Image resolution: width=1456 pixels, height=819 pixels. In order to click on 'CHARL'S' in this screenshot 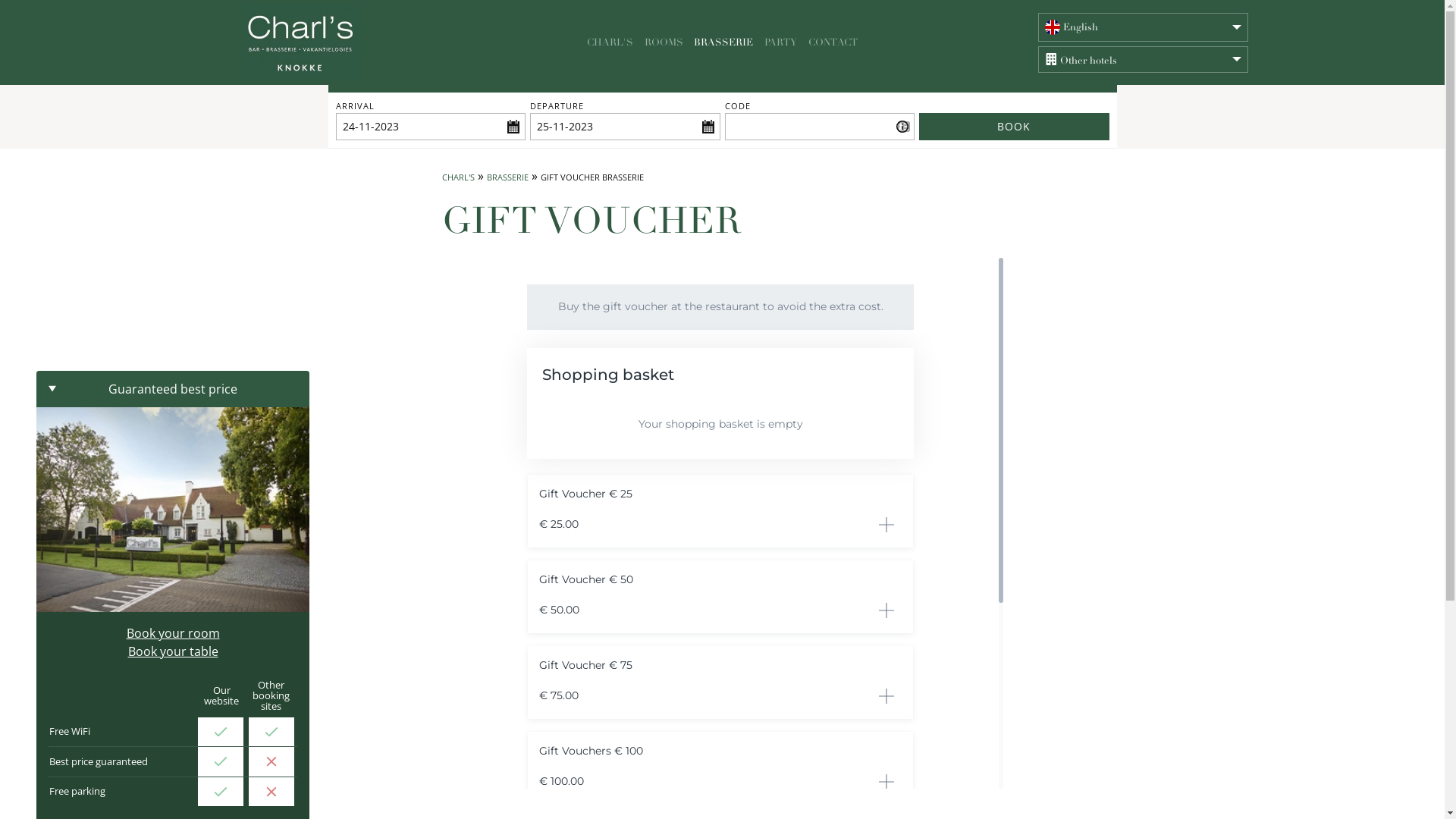, I will do `click(457, 177)`.